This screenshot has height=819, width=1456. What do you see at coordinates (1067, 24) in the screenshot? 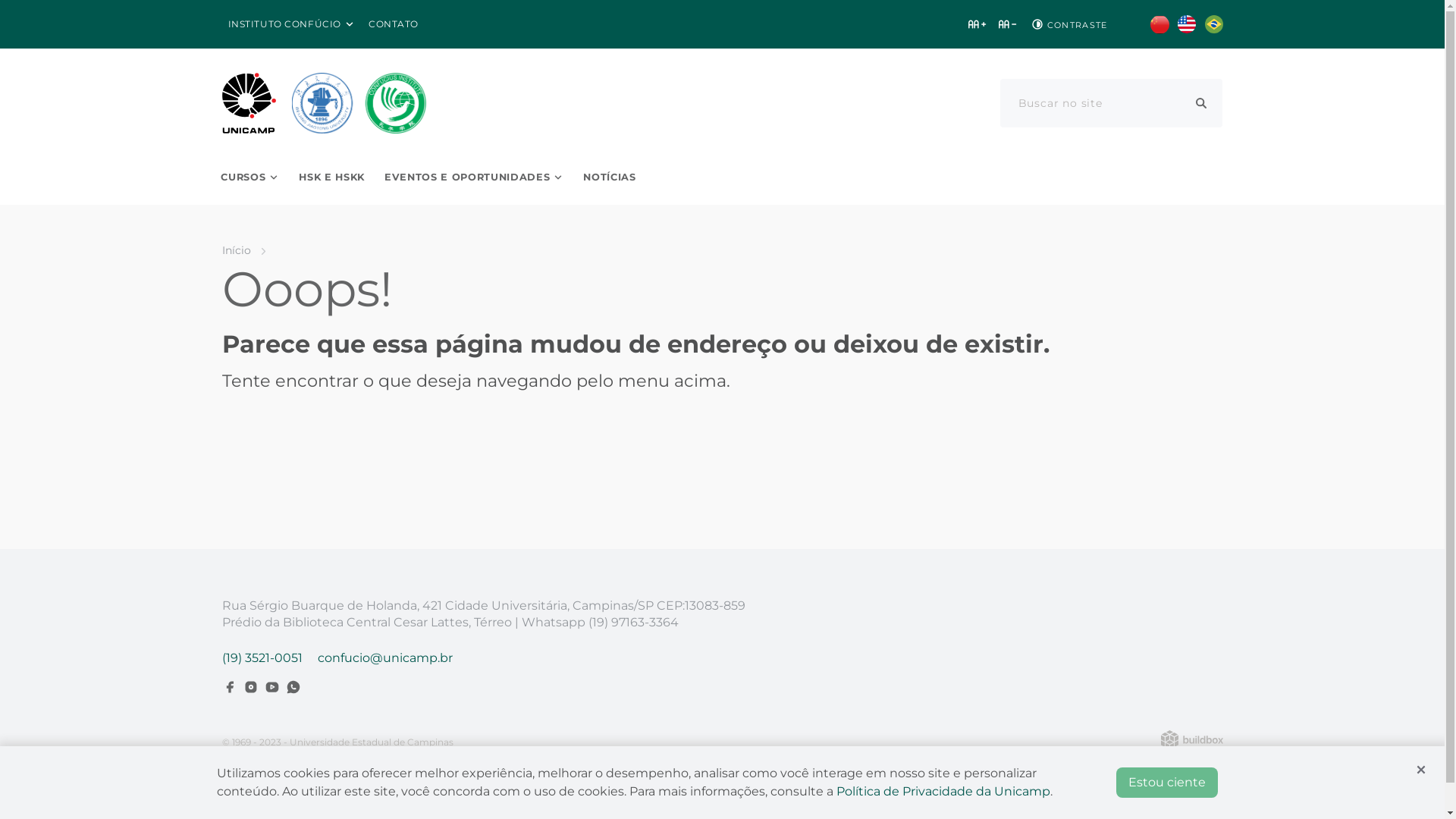
I see `'CONTRASTE'` at bounding box center [1067, 24].